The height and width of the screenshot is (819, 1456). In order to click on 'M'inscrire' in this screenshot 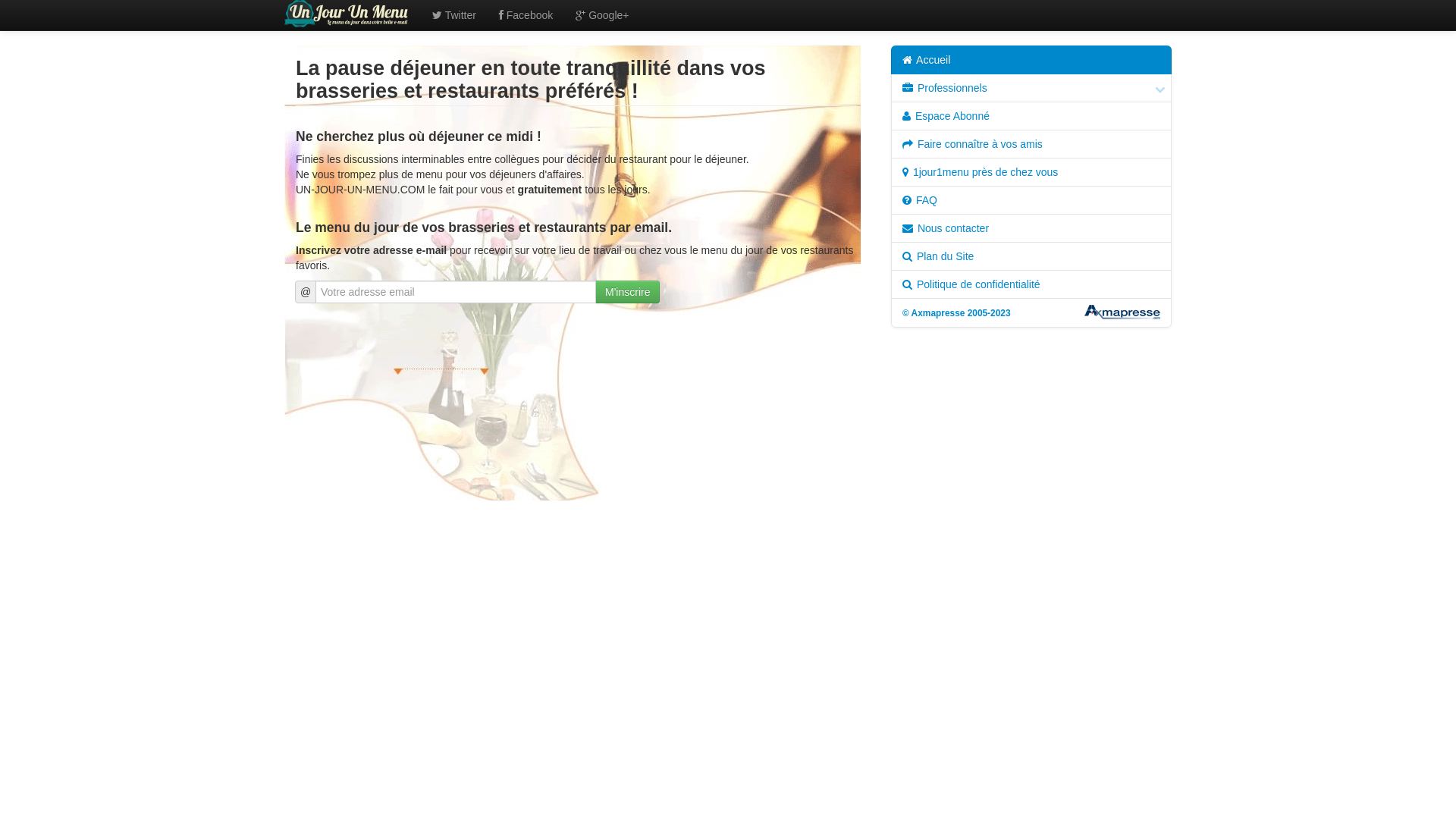, I will do `click(627, 292)`.